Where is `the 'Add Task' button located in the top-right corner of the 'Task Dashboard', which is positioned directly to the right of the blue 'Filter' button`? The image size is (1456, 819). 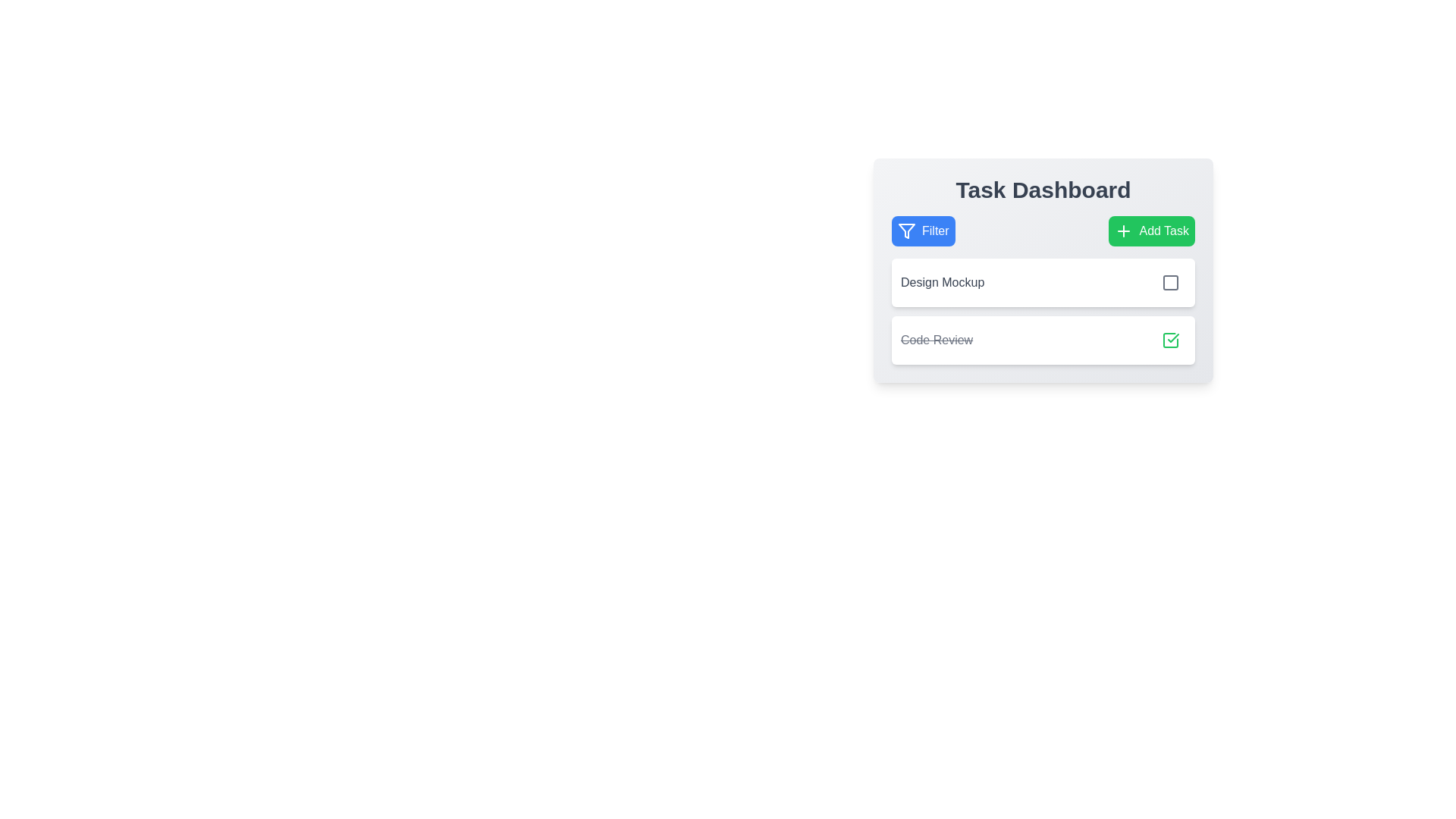 the 'Add Task' button located in the top-right corner of the 'Task Dashboard', which is positioned directly to the right of the blue 'Filter' button is located at coordinates (1152, 231).